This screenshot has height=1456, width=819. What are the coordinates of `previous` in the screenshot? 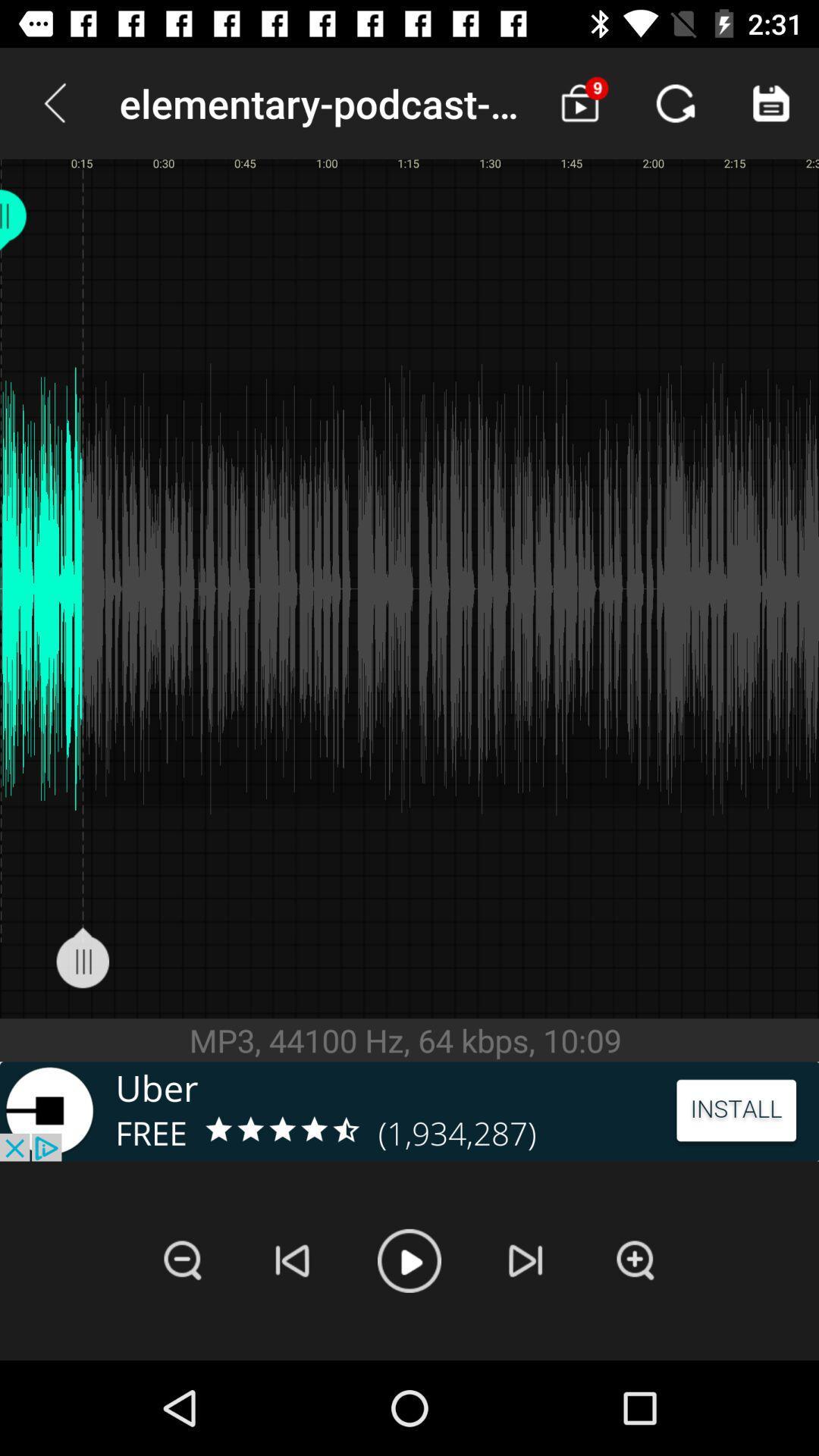 It's located at (293, 1260).